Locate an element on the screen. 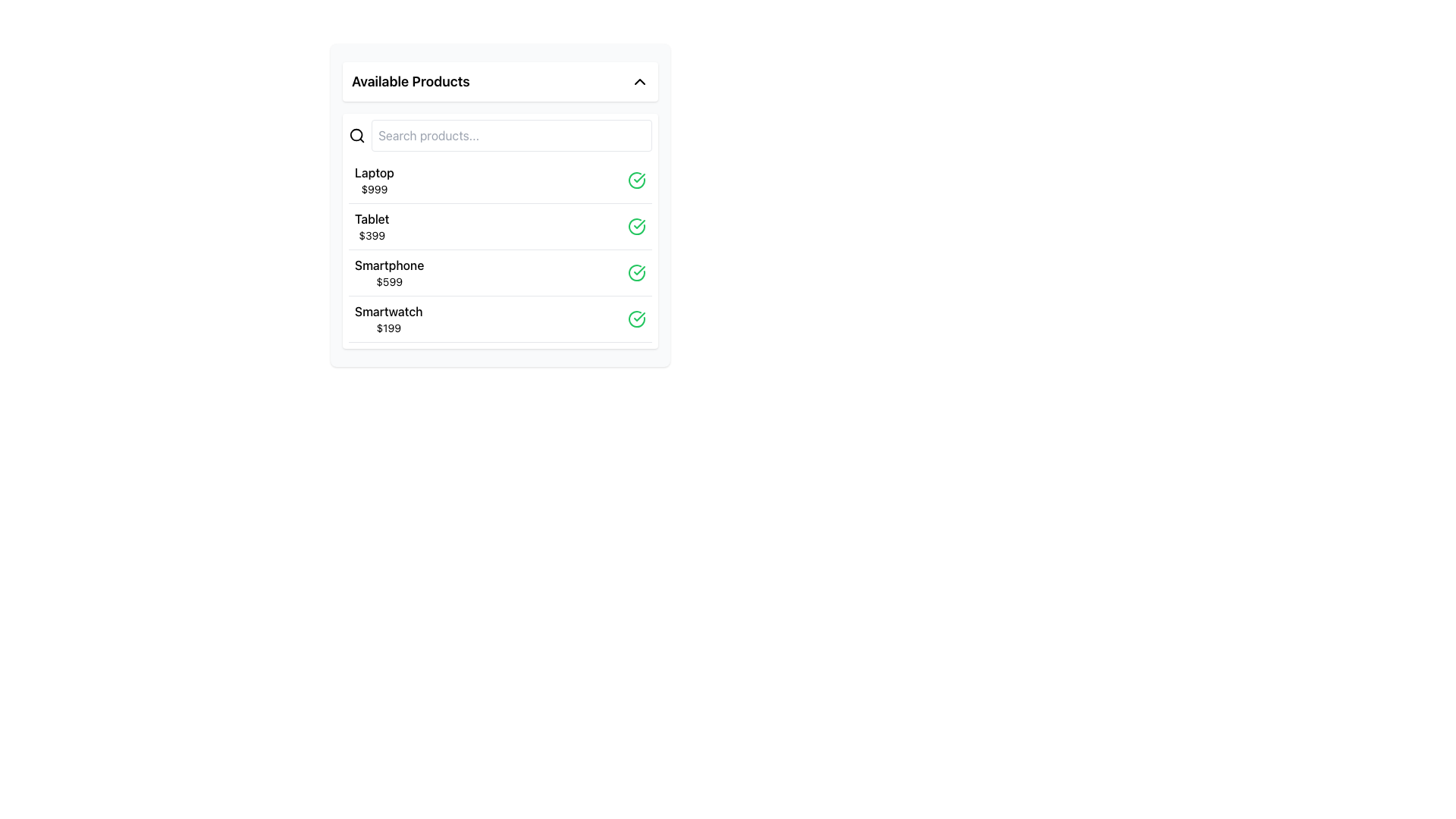  text of the header label located in the card section, positioned to the left of a downward chevron icon is located at coordinates (410, 82).